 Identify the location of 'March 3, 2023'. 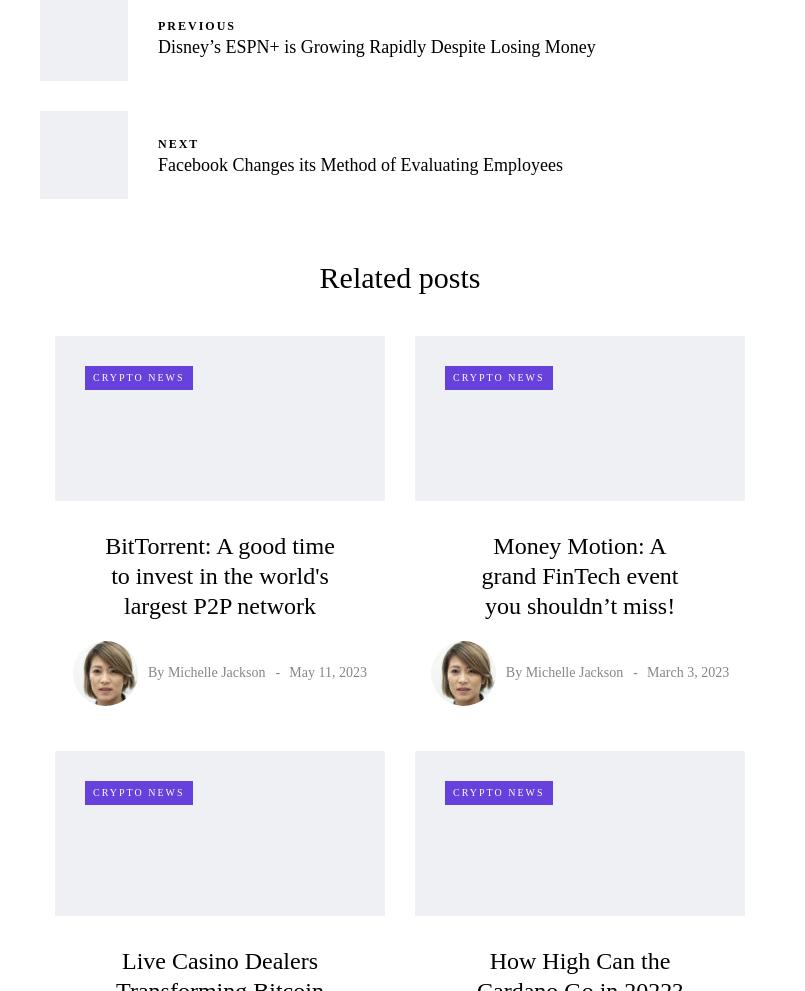
(645, 671).